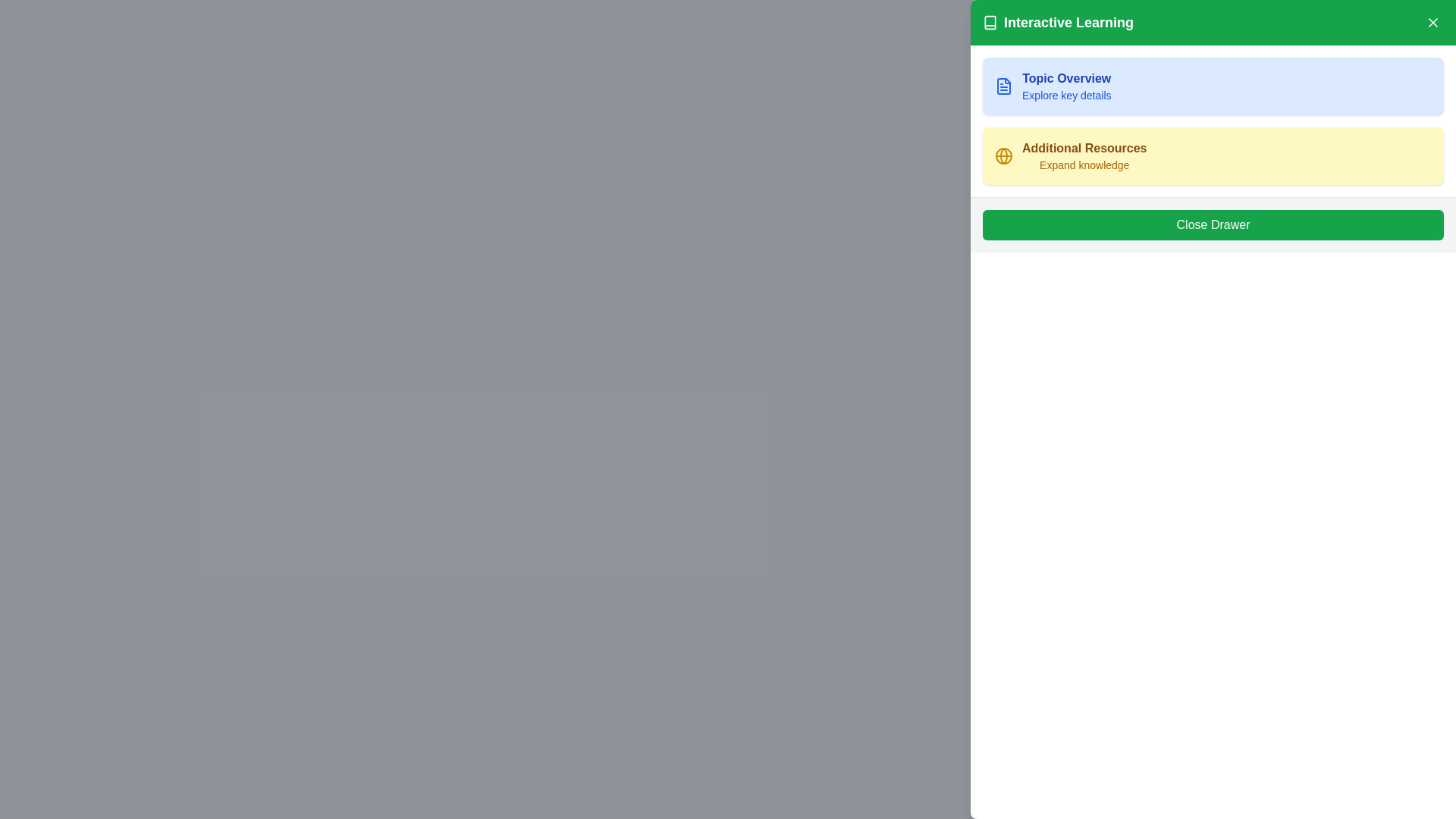  Describe the element at coordinates (1212, 225) in the screenshot. I see `the button located at the bottom section of the drawer interface on the right side` at that location.